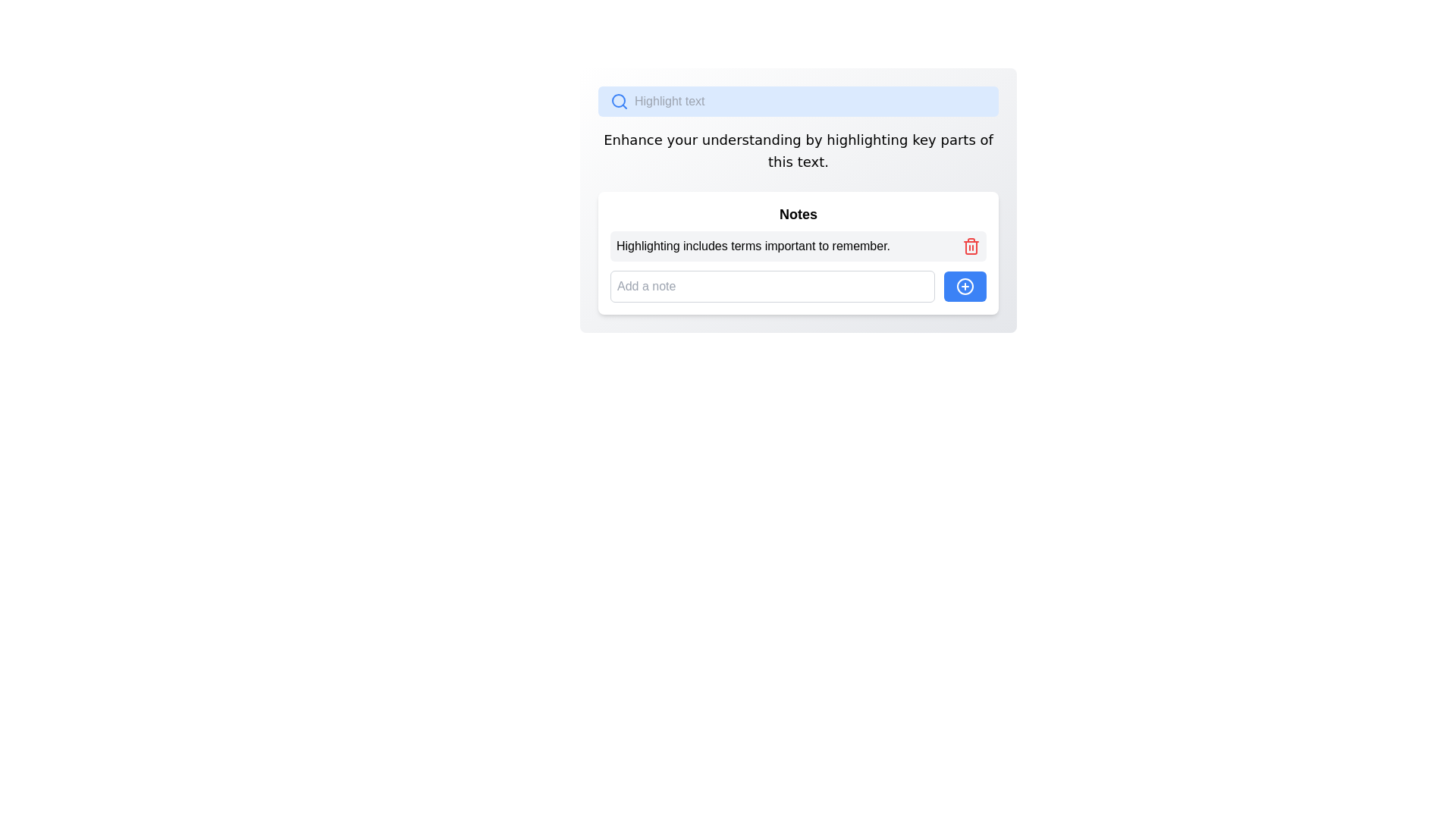 This screenshot has width=1456, height=819. I want to click on the interface marker located at the center of the word 'text' in the displayed phrase, which serves as a visual indicator or point of interaction, so click(794, 162).